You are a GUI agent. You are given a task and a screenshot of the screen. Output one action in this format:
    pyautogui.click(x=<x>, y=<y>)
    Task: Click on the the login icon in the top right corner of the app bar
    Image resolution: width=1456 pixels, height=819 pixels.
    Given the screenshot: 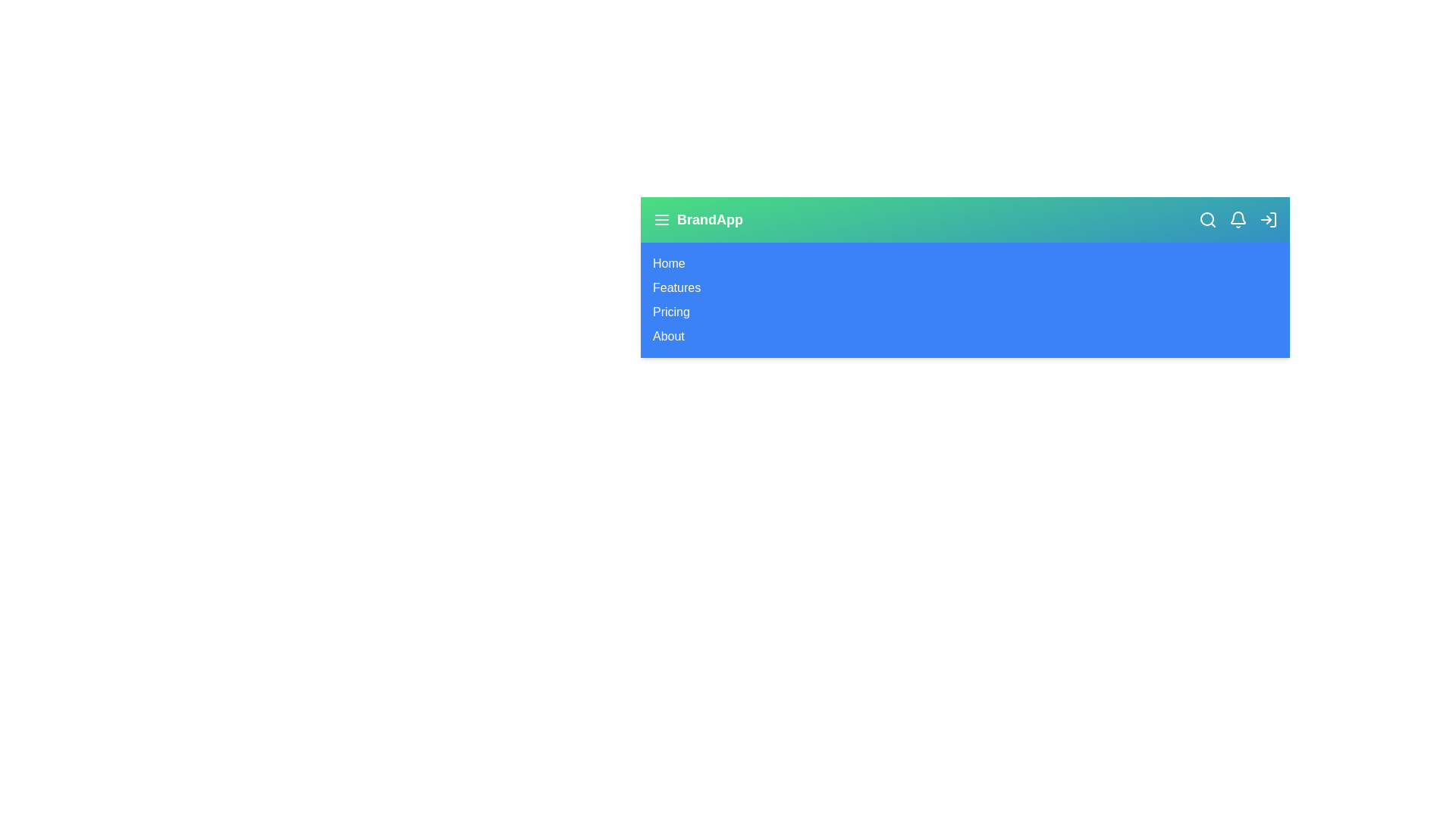 What is the action you would take?
    pyautogui.click(x=1269, y=219)
    